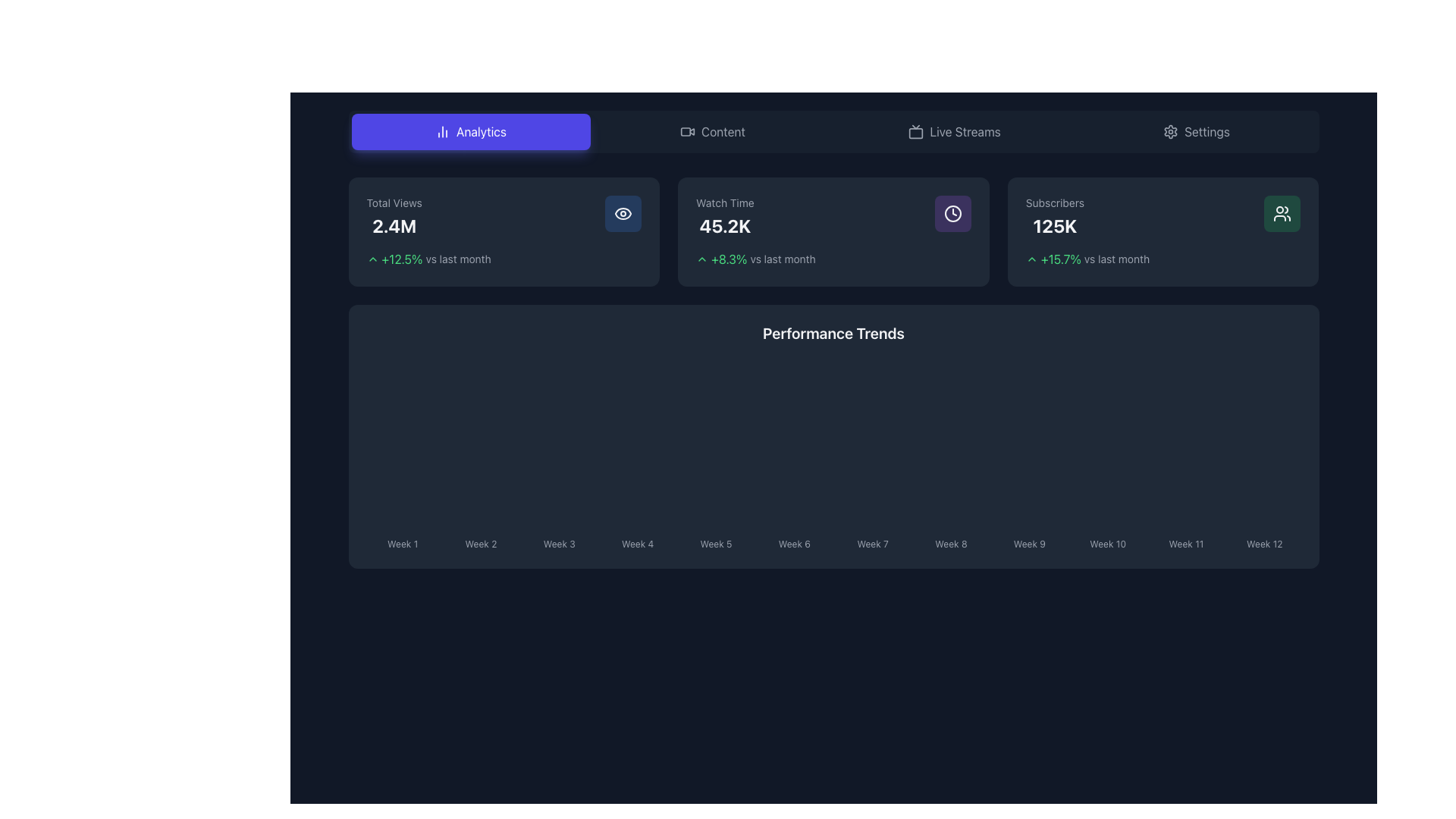 The width and height of the screenshot is (1456, 819). I want to click on text of the label indicating the second week in a horizontal sequence of weekly labels located in the bottom section of the interface, so click(480, 540).